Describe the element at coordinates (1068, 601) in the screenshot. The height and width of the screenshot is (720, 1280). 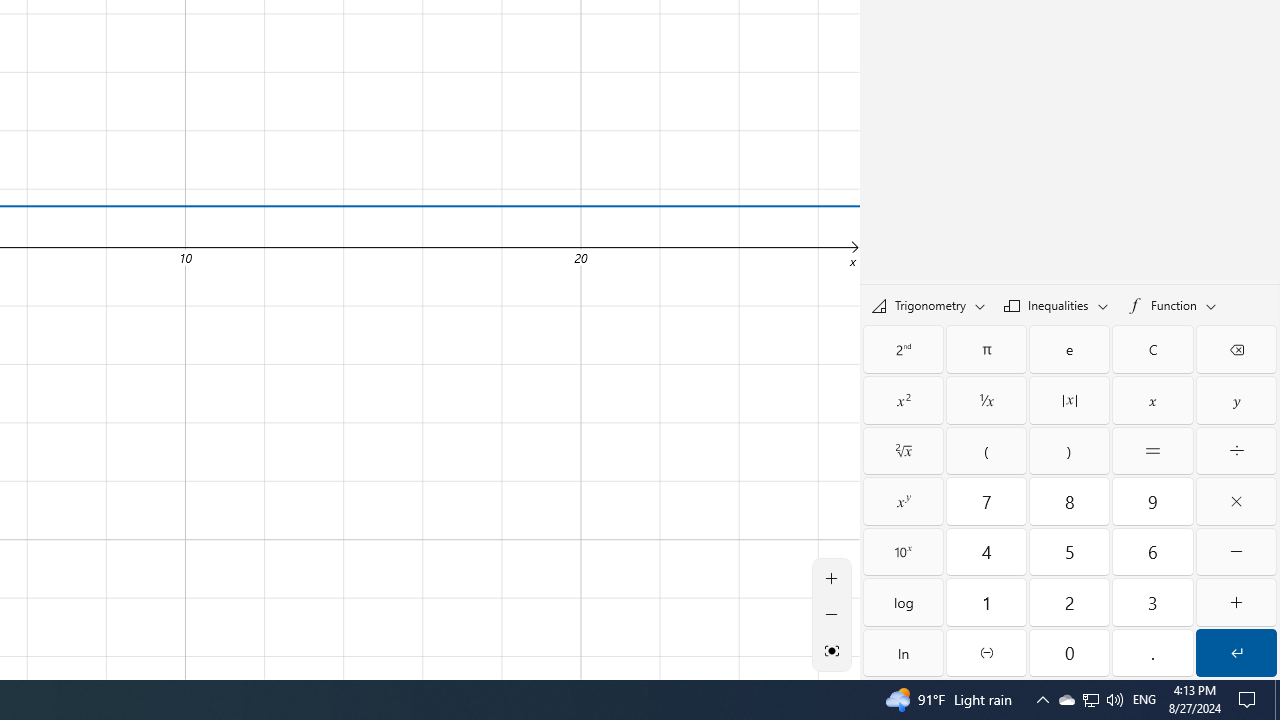
I see `'Two'` at that location.